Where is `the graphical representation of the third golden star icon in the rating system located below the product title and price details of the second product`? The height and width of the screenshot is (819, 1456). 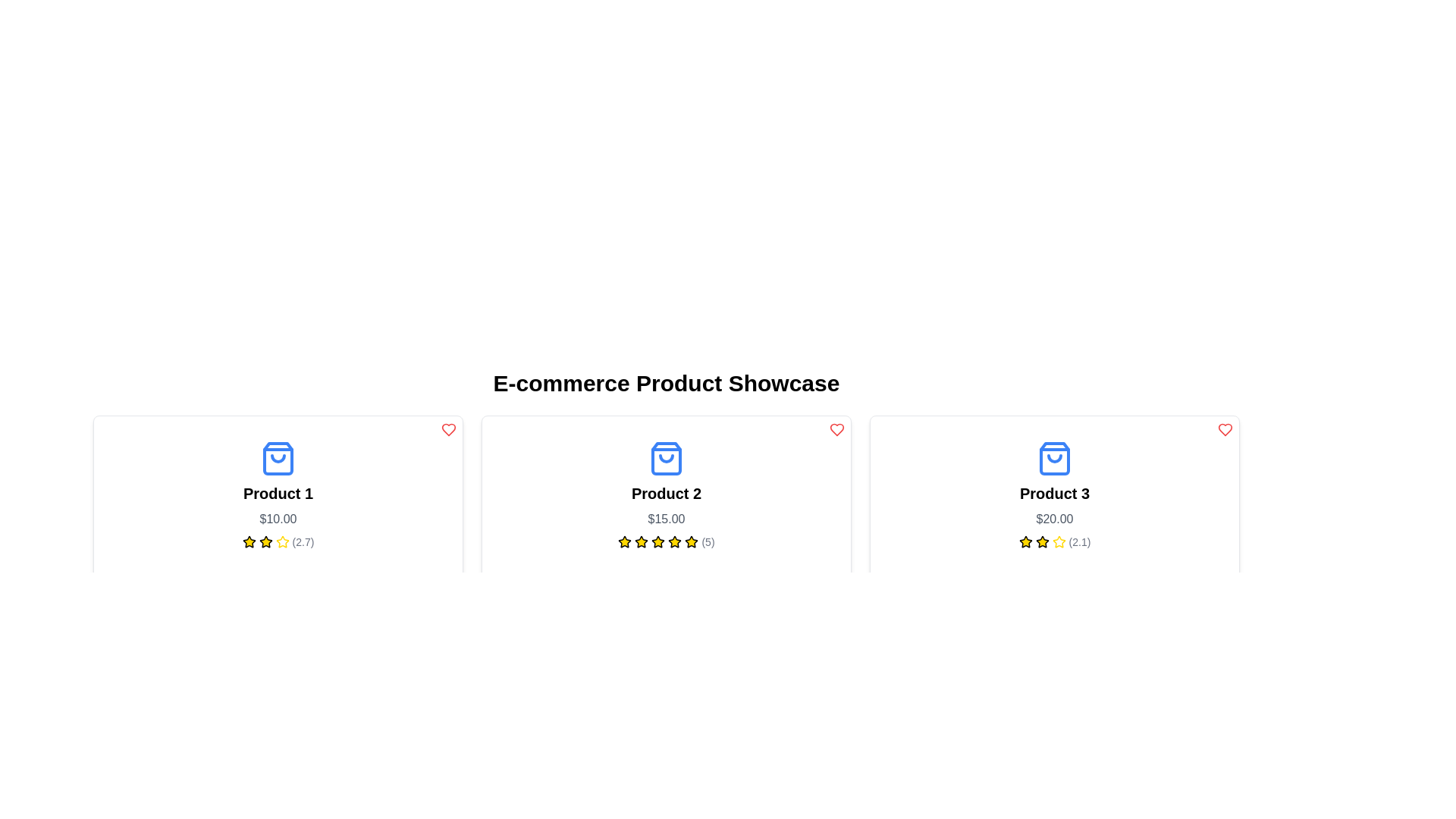
the graphical representation of the third golden star icon in the rating system located below the product title and price details of the second product is located at coordinates (637, 762).